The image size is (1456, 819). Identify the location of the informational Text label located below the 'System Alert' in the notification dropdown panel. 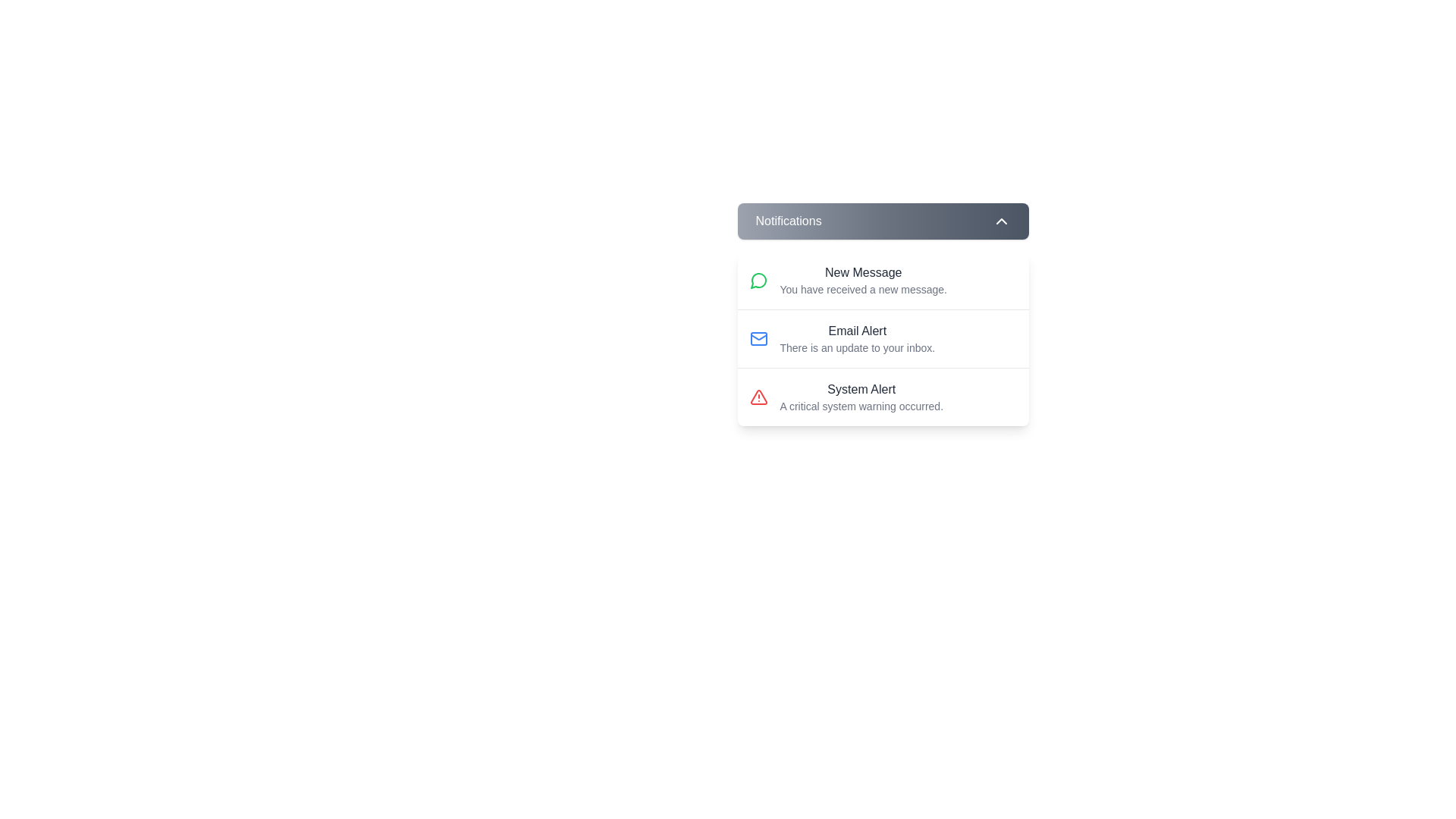
(861, 406).